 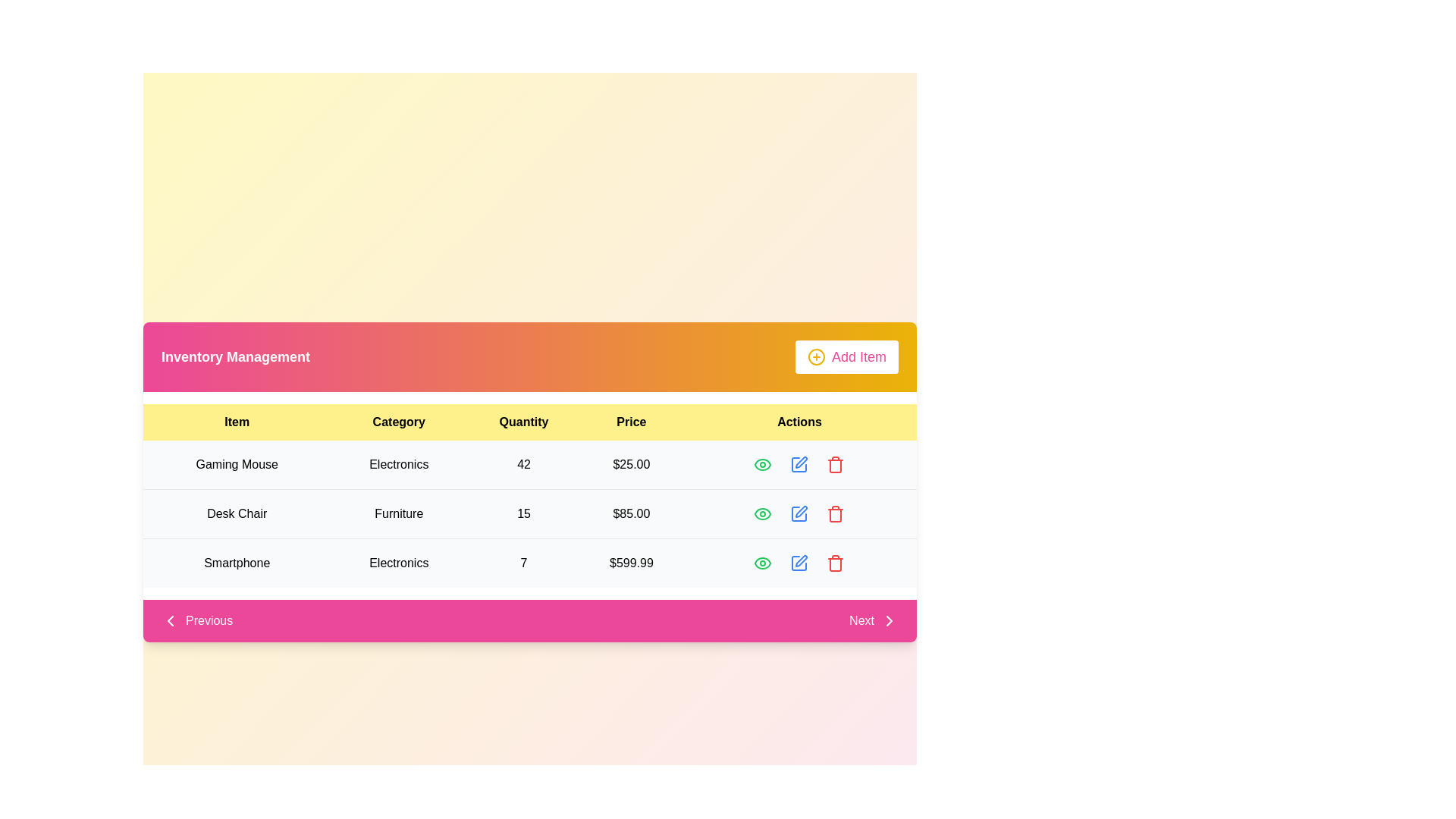 I want to click on the 'Add Item' button, which has a white background, pink text, and a yellow circular icon with a plus symbol, located in the header section to the far right of 'Inventory Management', so click(x=846, y=356).